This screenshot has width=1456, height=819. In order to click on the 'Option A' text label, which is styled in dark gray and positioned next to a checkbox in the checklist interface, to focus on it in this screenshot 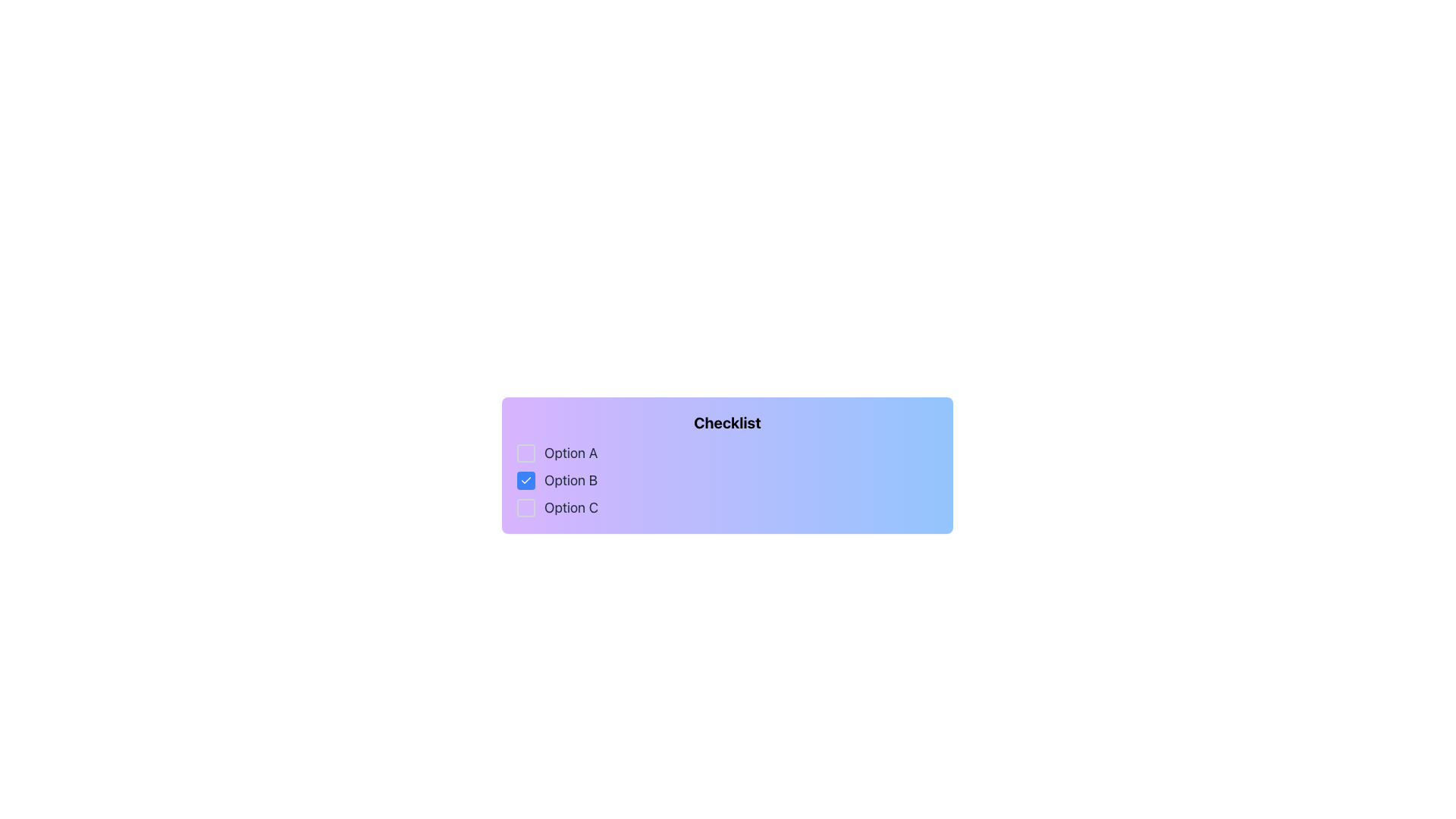, I will do `click(570, 452)`.